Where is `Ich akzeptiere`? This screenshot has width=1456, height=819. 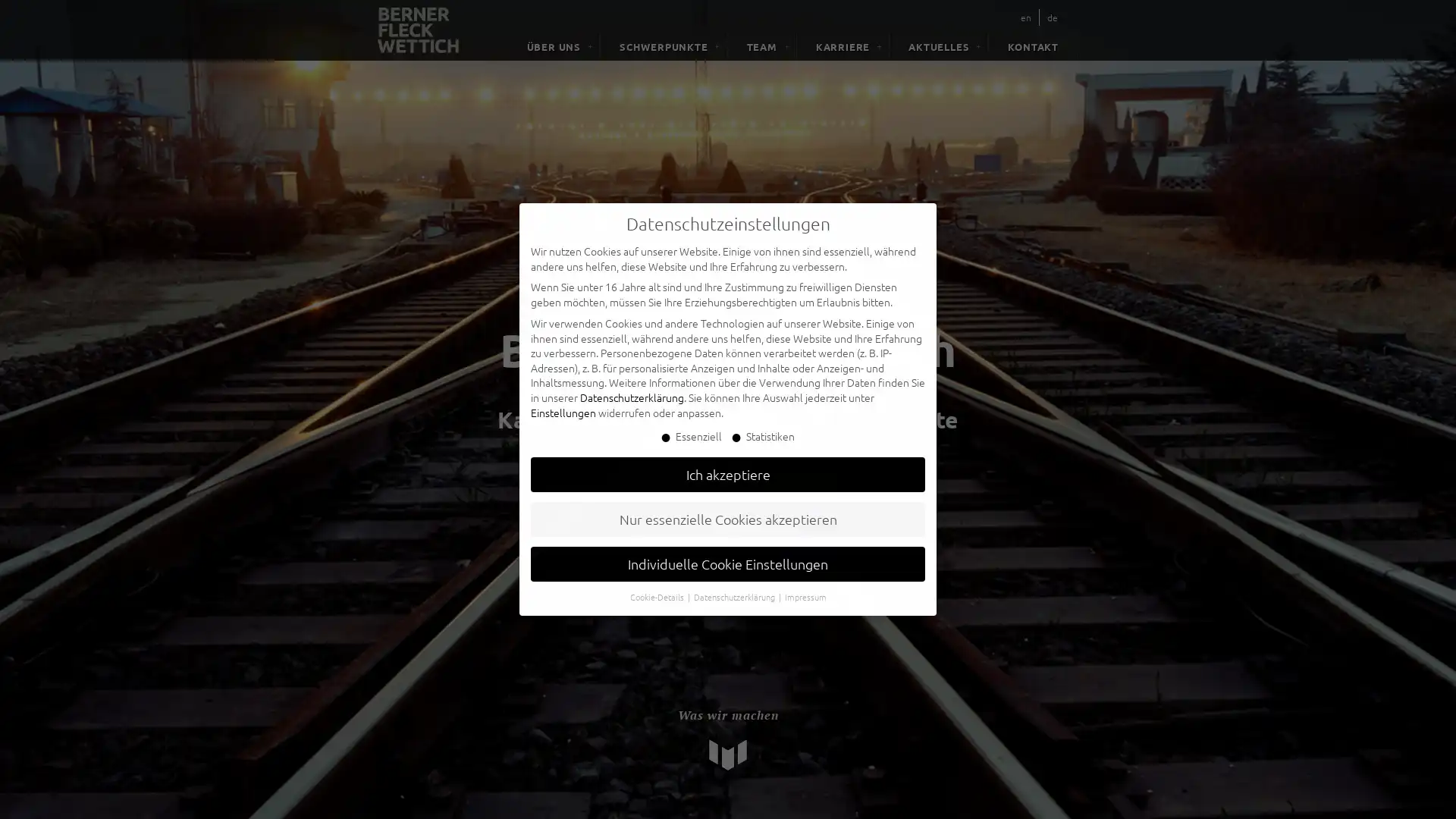 Ich akzeptiere is located at coordinates (728, 473).